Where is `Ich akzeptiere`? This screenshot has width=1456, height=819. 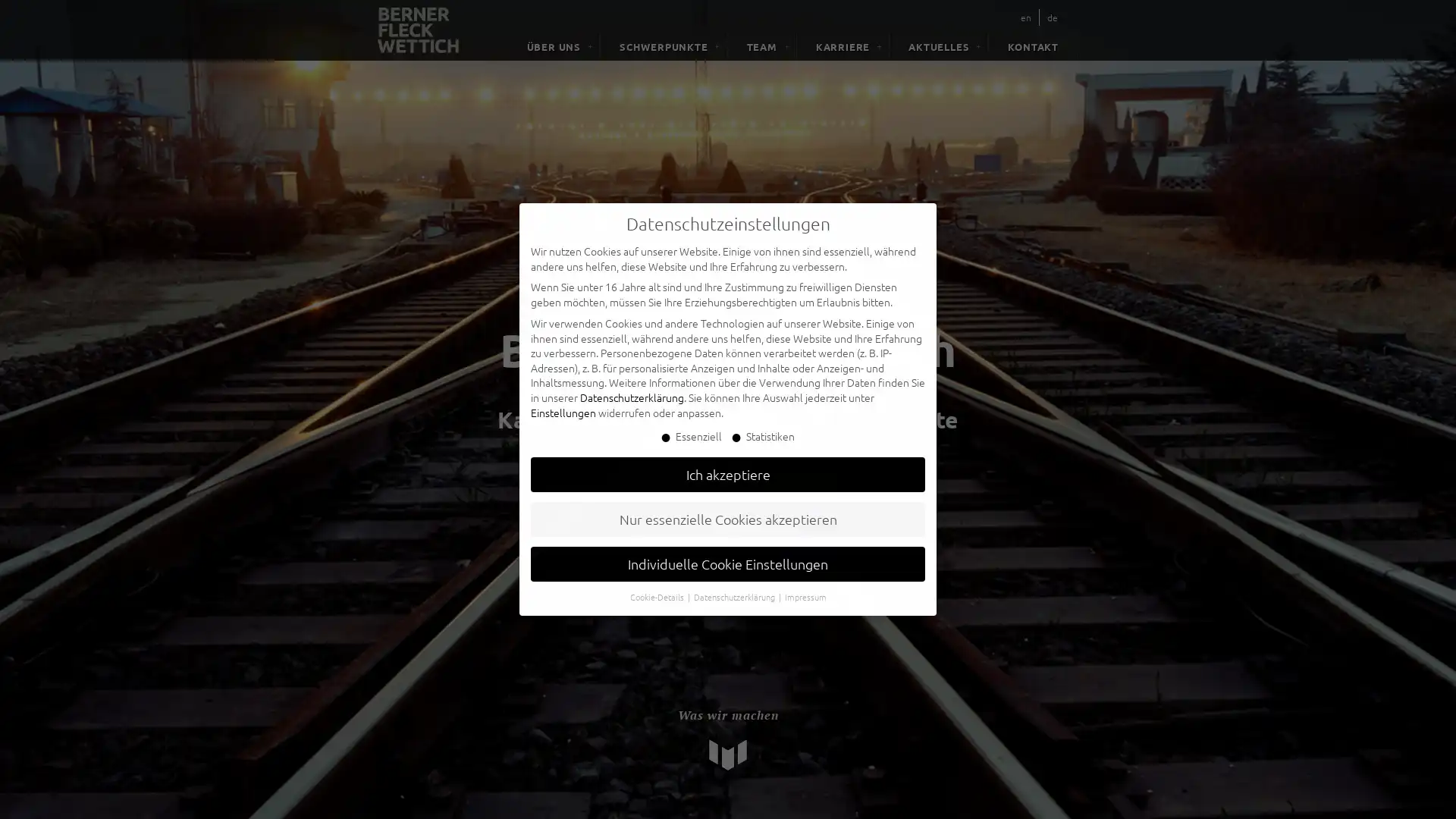 Ich akzeptiere is located at coordinates (728, 473).